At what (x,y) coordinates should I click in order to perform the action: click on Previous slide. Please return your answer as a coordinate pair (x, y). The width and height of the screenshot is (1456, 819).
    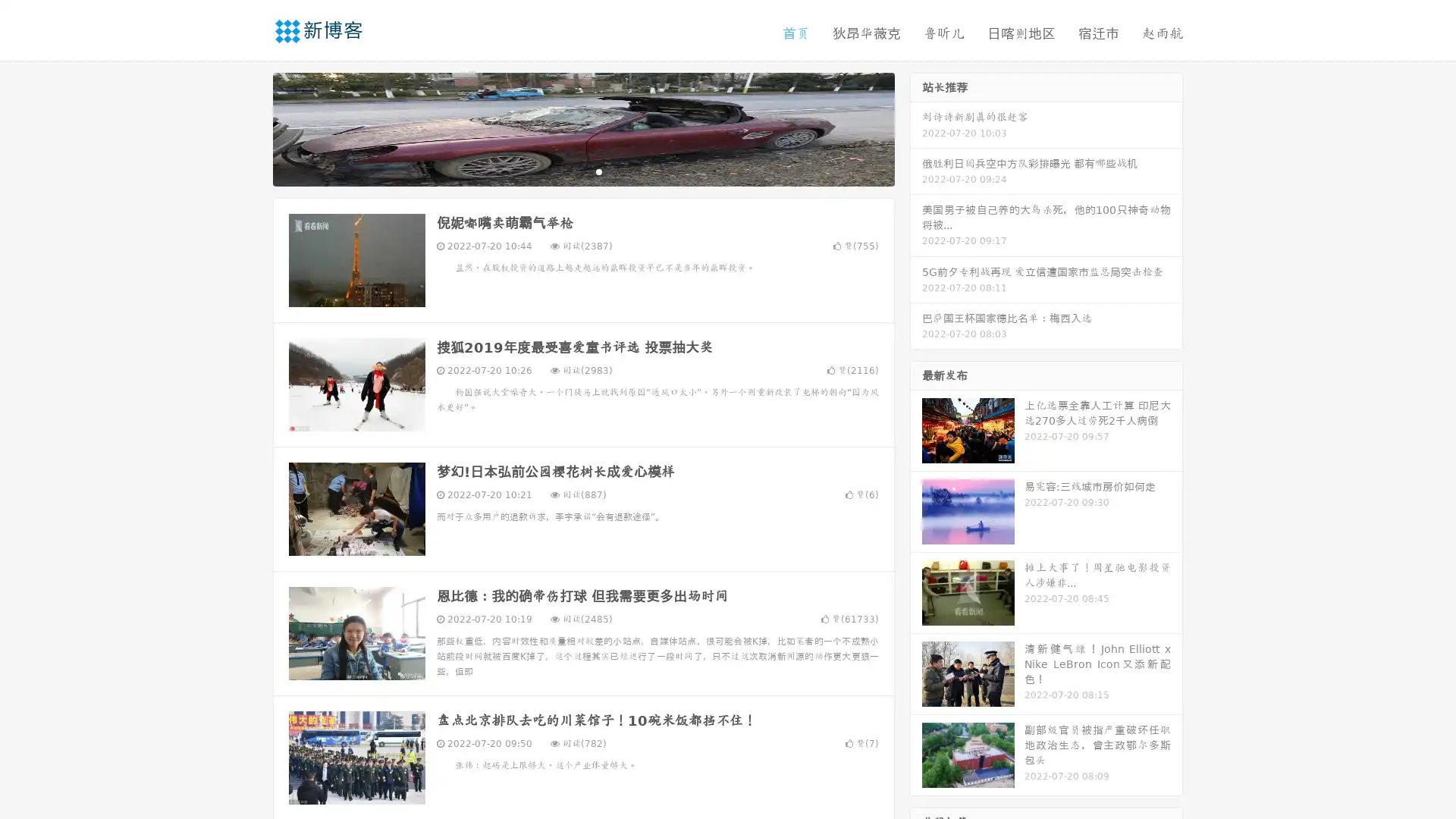
    Looking at the image, I should click on (250, 127).